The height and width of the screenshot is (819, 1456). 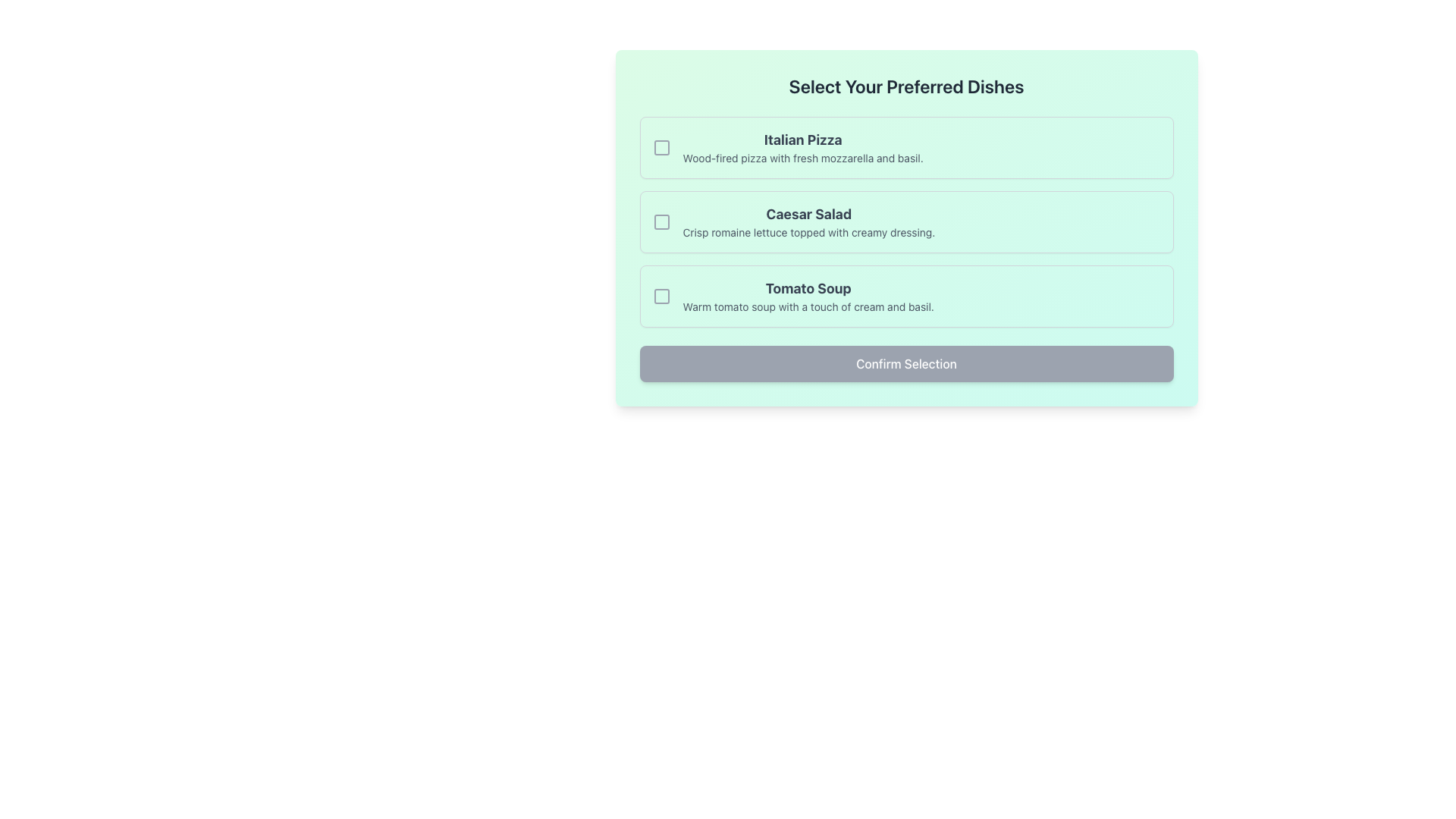 I want to click on the selectable list item labeled 'Tomato Soup', so click(x=906, y=296).